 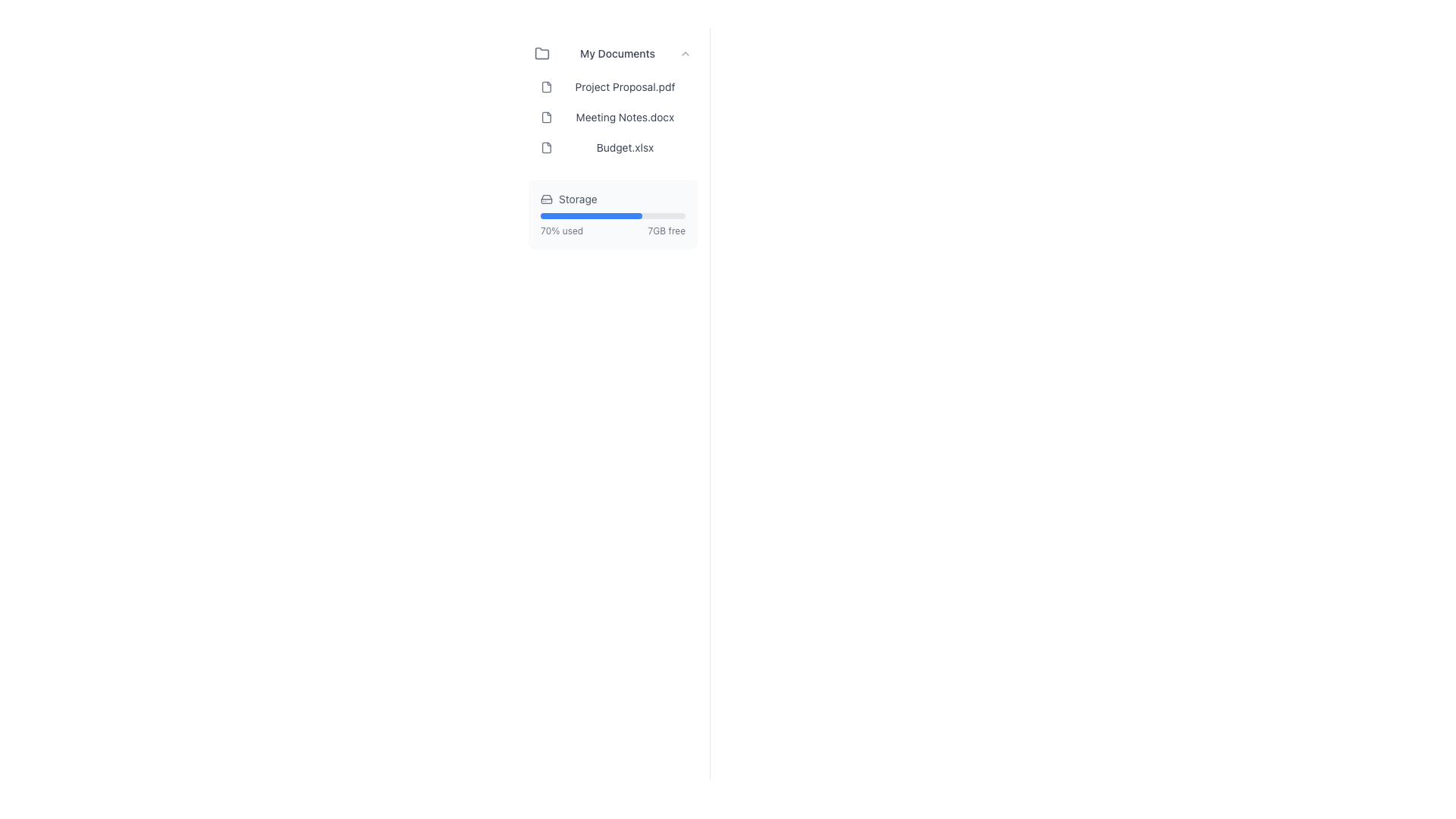 I want to click on the file list item labeled 'Budget.xlsx', so click(x=616, y=148).